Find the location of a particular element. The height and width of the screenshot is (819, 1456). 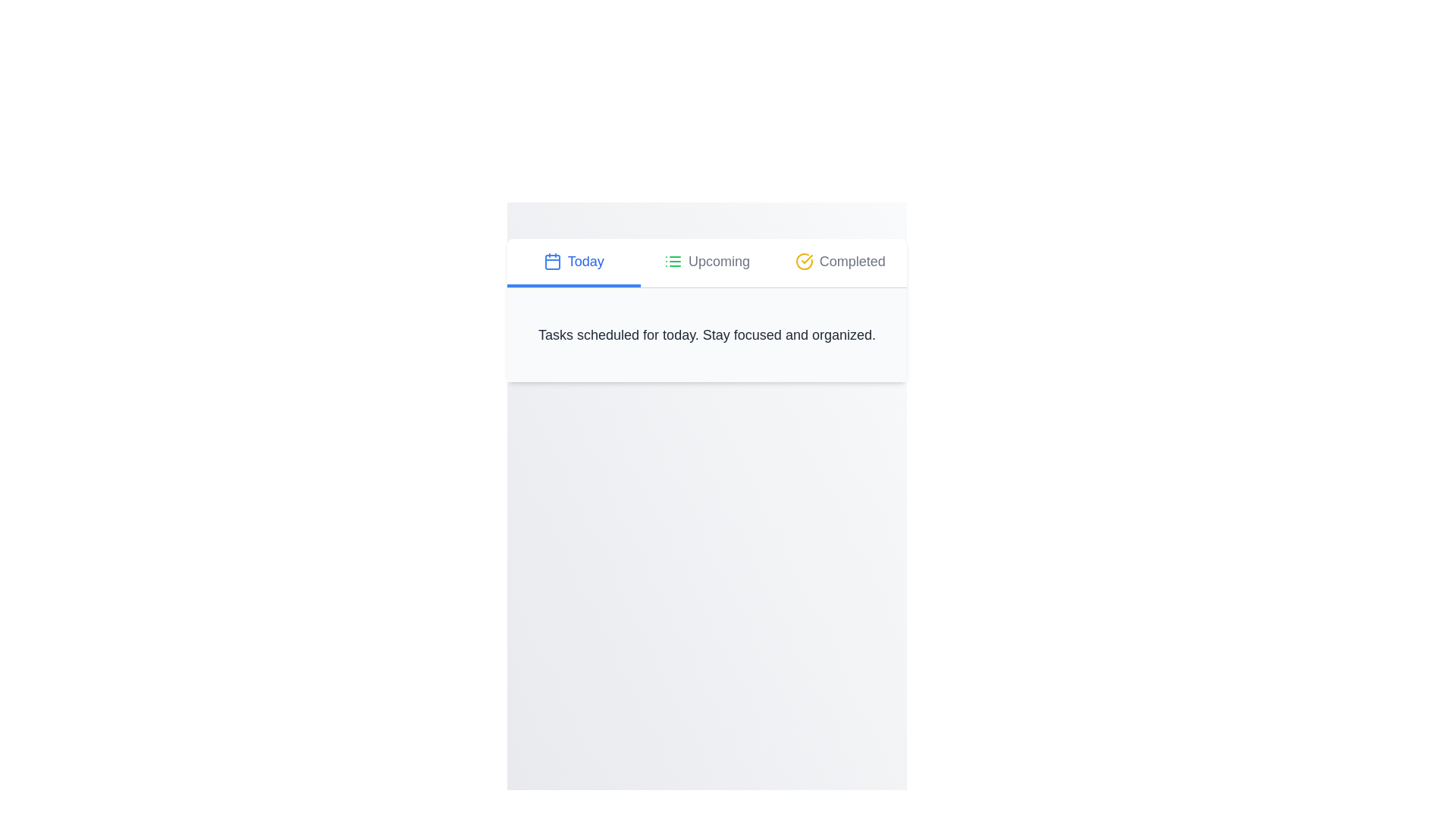

the Today tab by clicking on its corresponding button is located at coordinates (573, 262).